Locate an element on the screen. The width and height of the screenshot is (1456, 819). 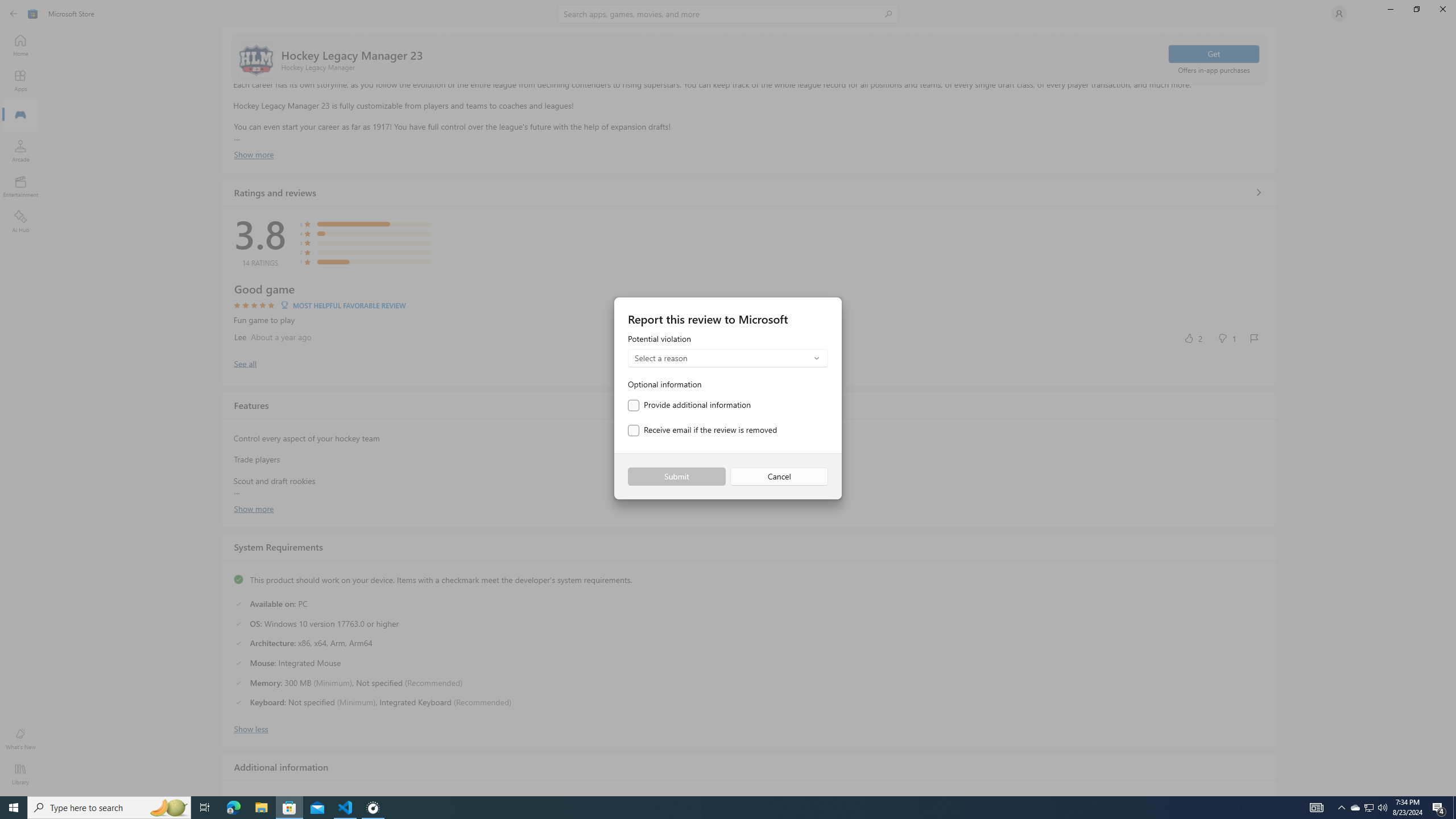
'Show more' is located at coordinates (253, 507).